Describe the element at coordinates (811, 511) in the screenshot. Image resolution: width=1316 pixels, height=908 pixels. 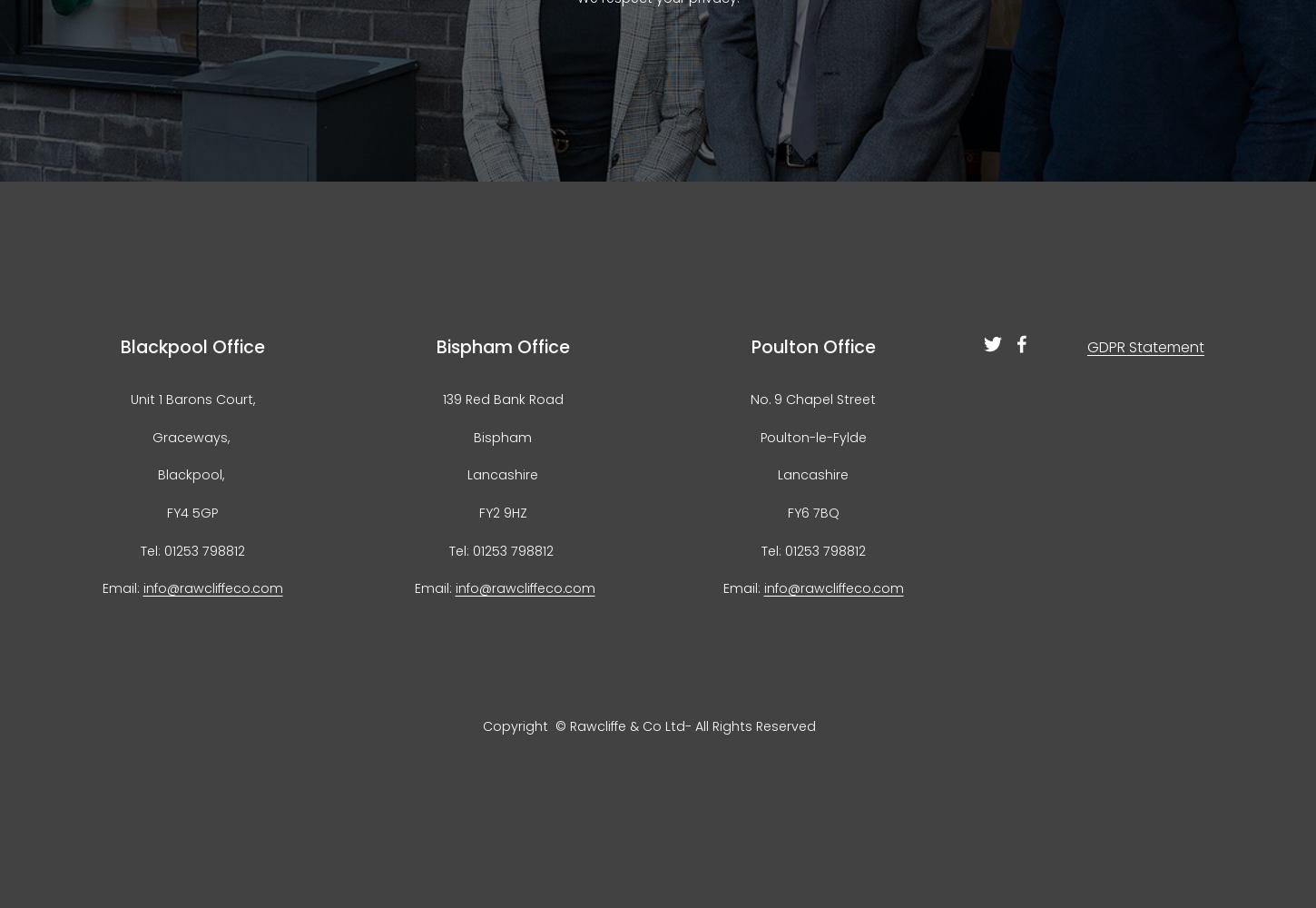
I see `'FY6 7BQ'` at that location.